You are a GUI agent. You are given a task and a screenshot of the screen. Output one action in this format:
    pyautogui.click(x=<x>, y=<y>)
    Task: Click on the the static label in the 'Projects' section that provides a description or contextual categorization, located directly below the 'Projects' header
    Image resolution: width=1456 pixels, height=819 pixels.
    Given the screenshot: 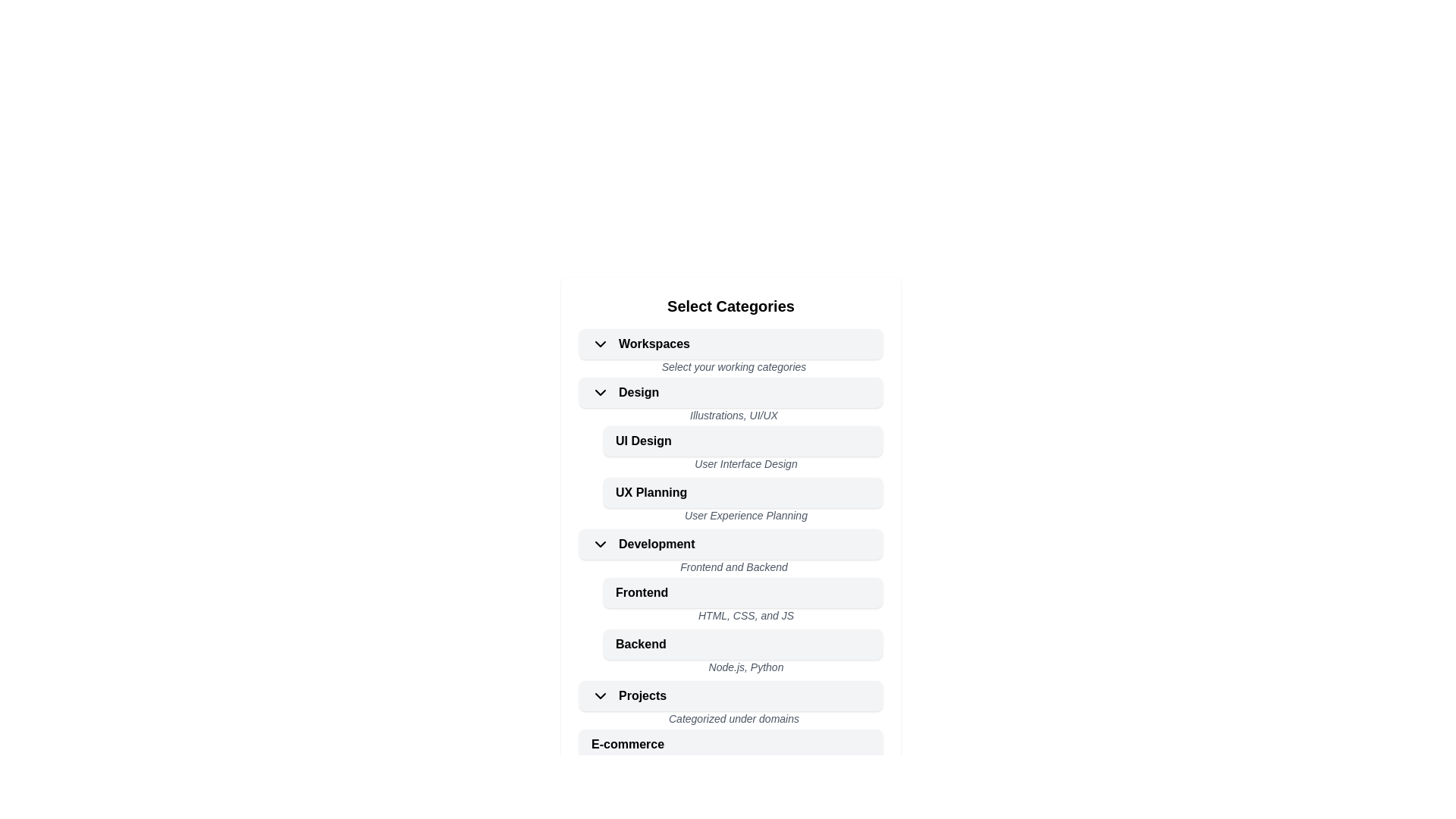 What is the action you would take?
    pyautogui.click(x=731, y=719)
    